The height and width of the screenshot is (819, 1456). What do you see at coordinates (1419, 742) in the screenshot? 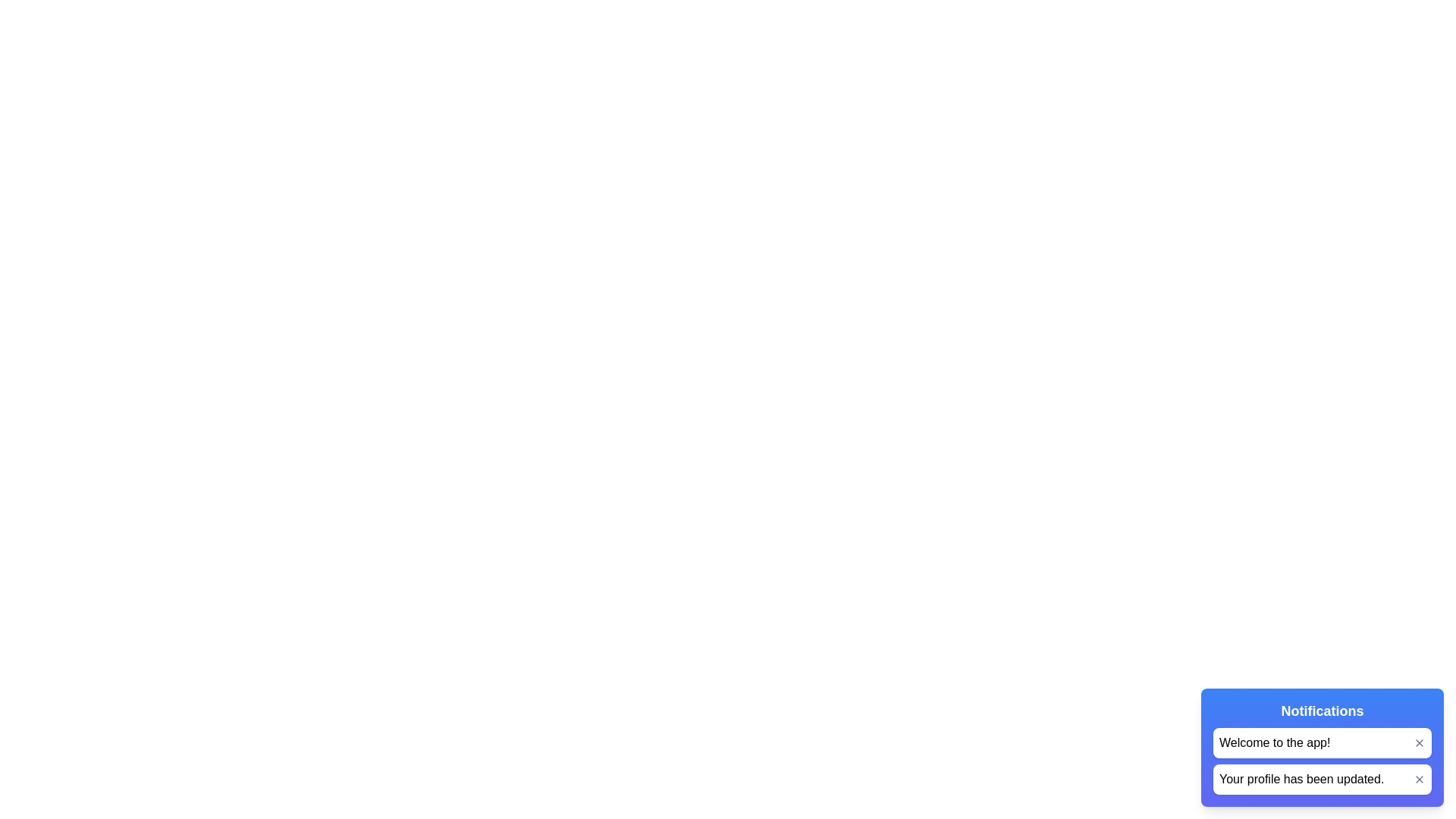
I see `the close button located in the upper-right corner of the notification card that has the text 'Welcome to the app!'` at bounding box center [1419, 742].